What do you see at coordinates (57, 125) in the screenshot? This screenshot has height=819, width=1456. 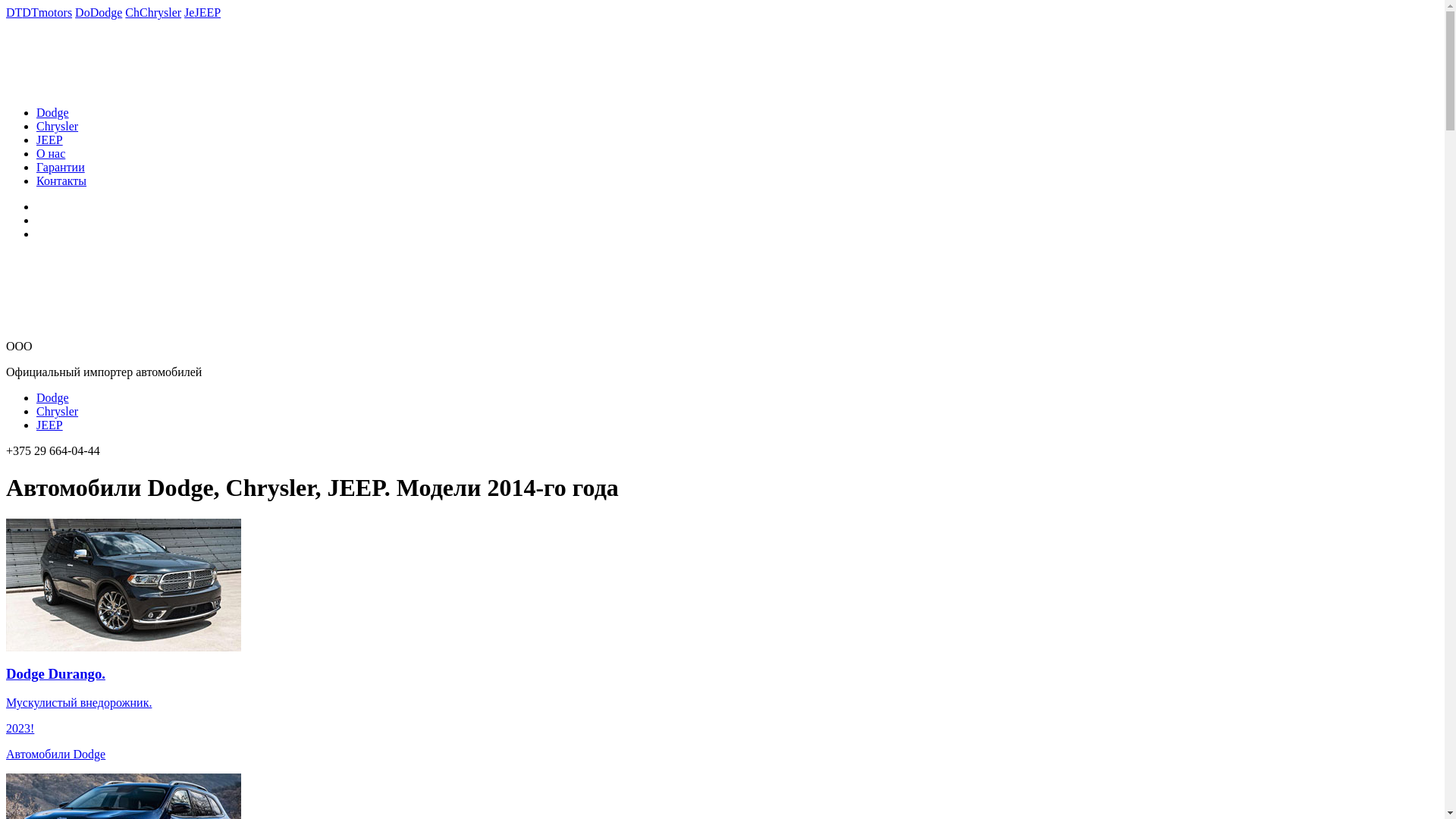 I see `'Chrysler'` at bounding box center [57, 125].